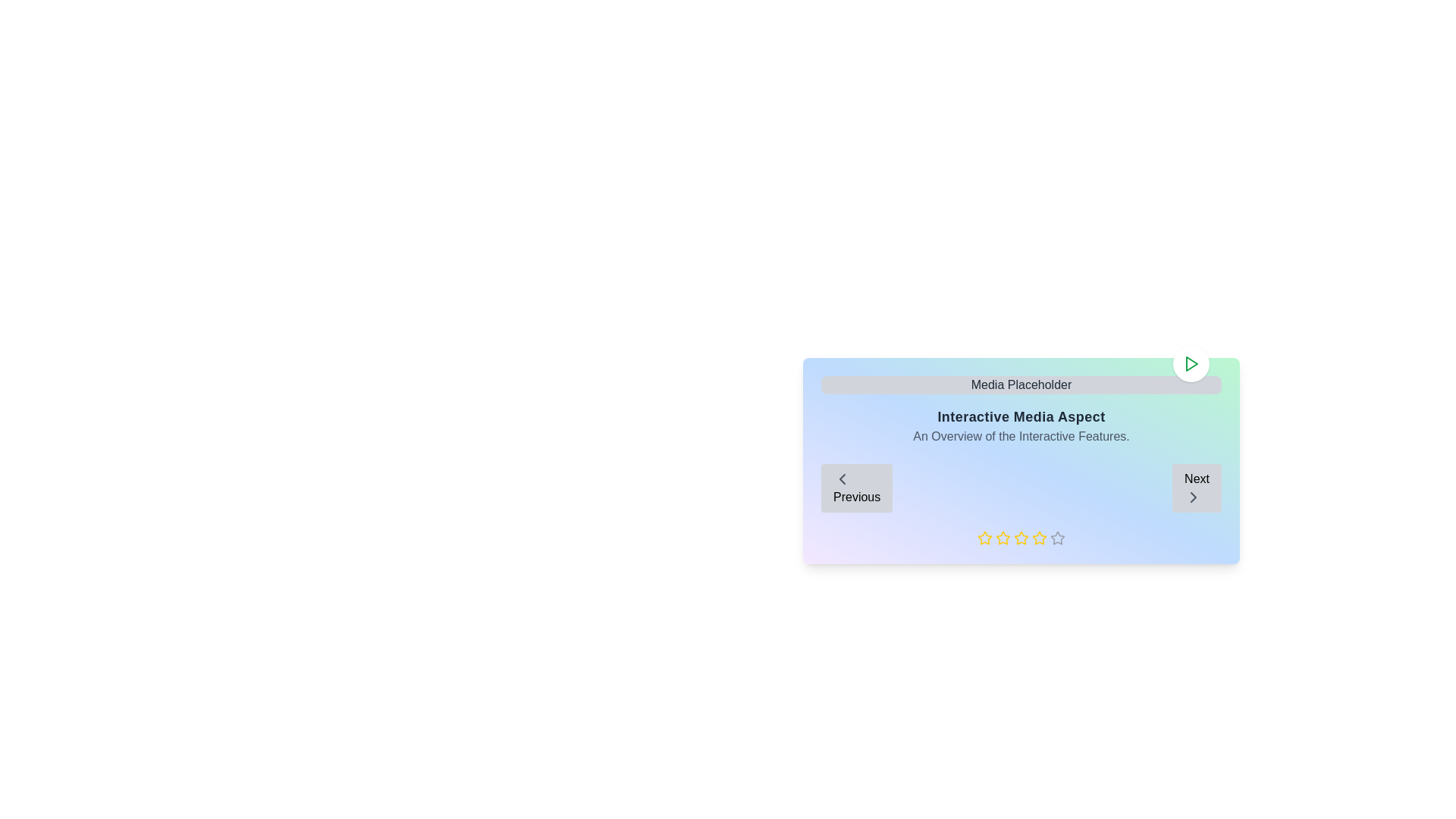  What do you see at coordinates (1021, 384) in the screenshot?
I see `the 'Media Placeholder' component, which is a rectangular element with a light gray background and dark gray text that reads 'Media Placeholder', located above the 'Interactive Media Aspect' header` at bounding box center [1021, 384].